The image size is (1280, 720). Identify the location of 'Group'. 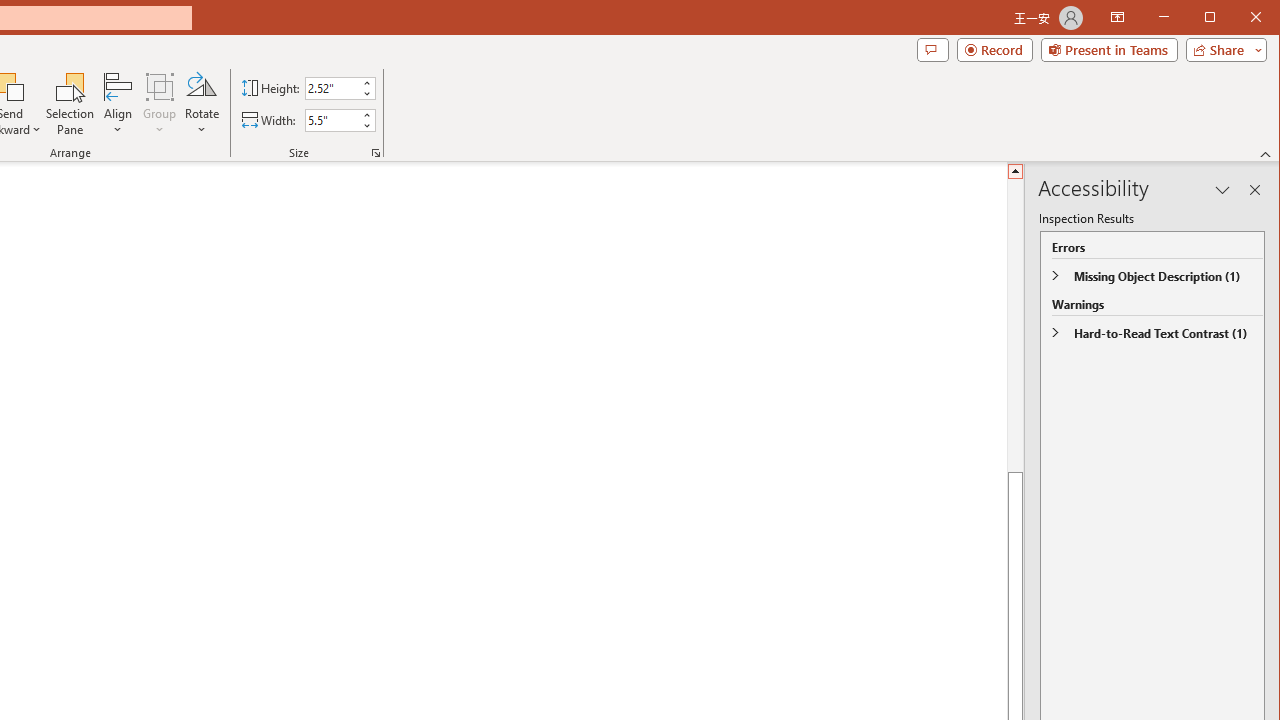
(160, 104).